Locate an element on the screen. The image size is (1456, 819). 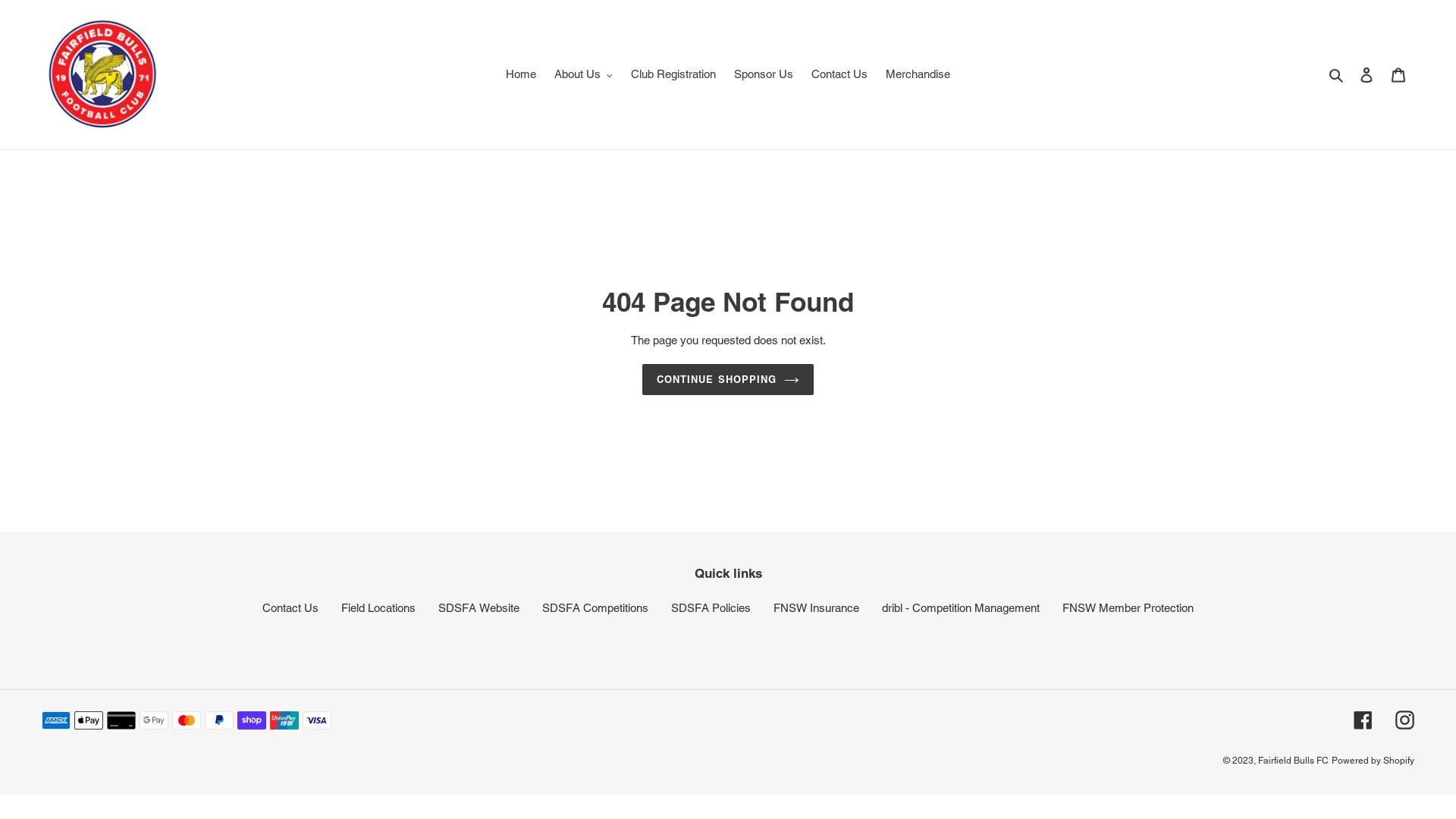
'Log in' is located at coordinates (1366, 74).